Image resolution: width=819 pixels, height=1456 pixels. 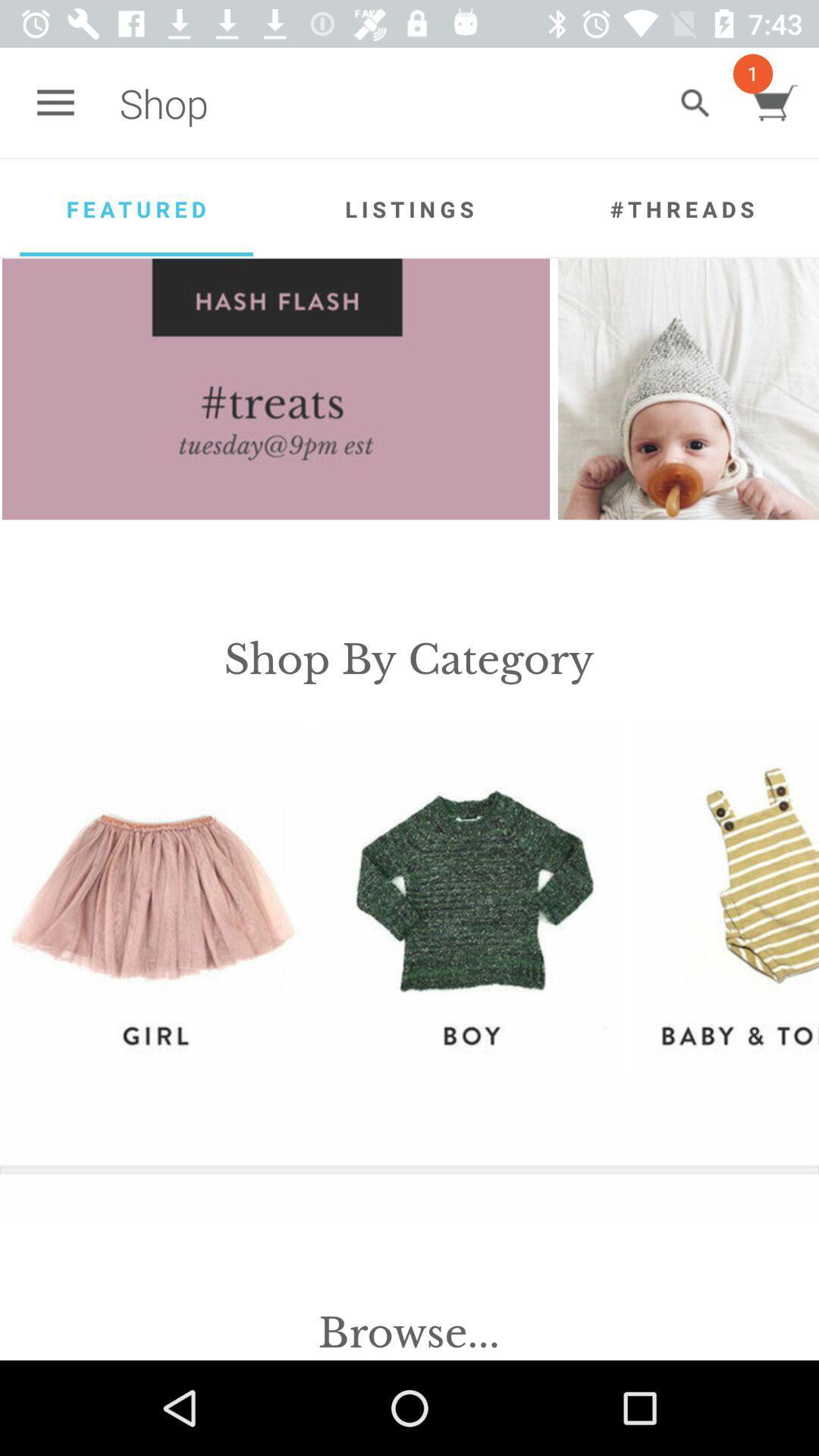 What do you see at coordinates (695, 102) in the screenshot?
I see `the picture` at bounding box center [695, 102].